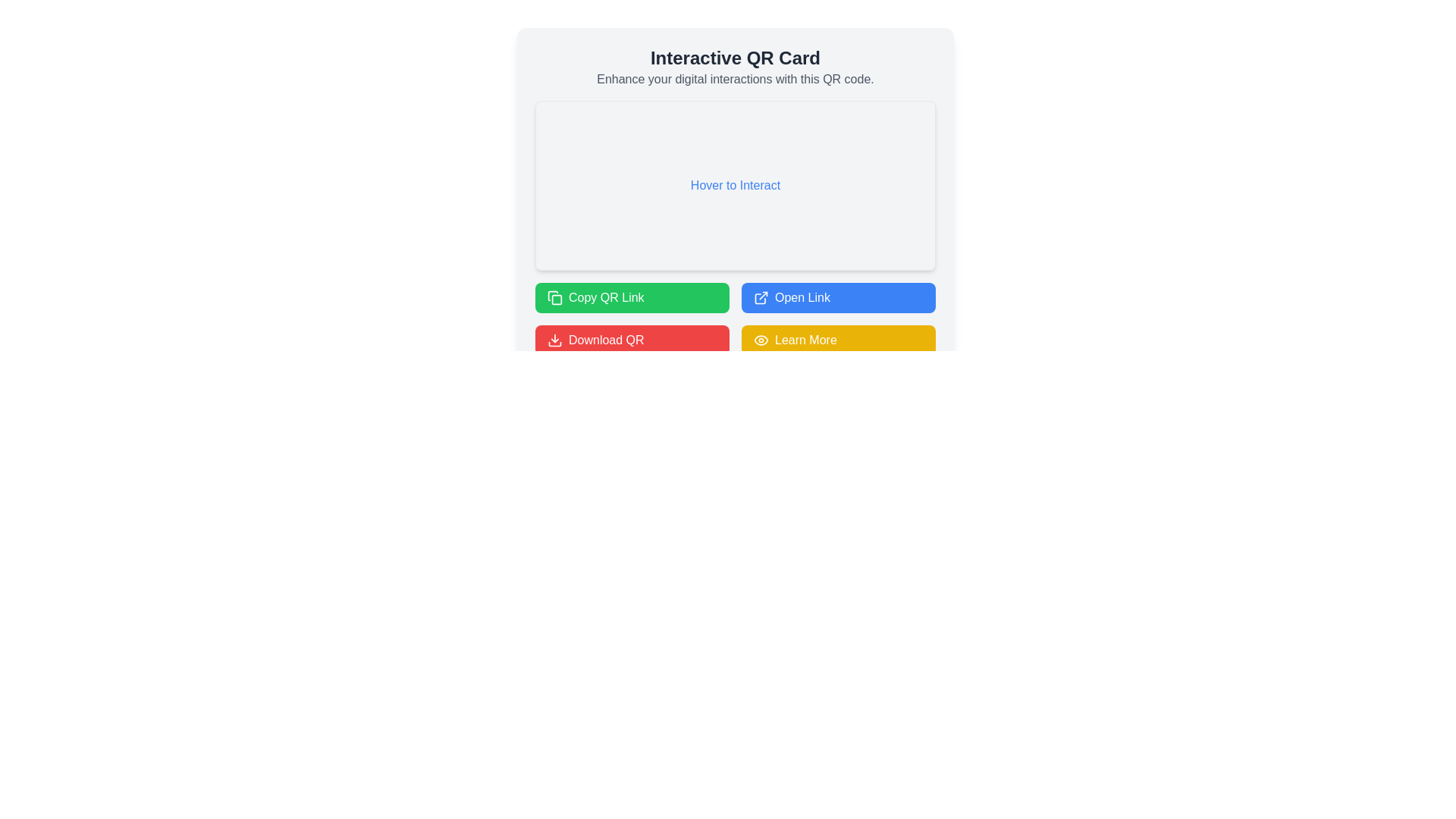 The height and width of the screenshot is (819, 1456). What do you see at coordinates (552, 296) in the screenshot?
I see `the graphical icon representing the copy functionality, which is located between the 'Copy QR Link' button and the 'Open Link' button in the top-right corner of the interface` at bounding box center [552, 296].